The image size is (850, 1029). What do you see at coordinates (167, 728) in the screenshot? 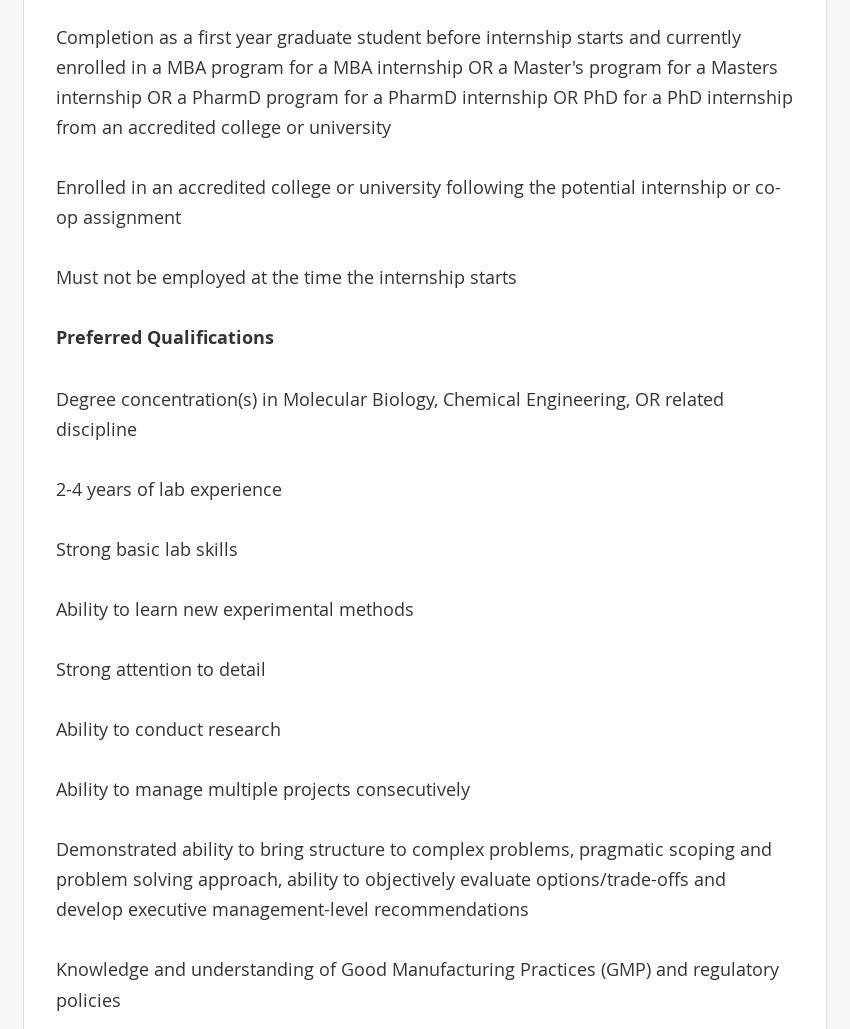
I see `'Ability to conduct research'` at bounding box center [167, 728].